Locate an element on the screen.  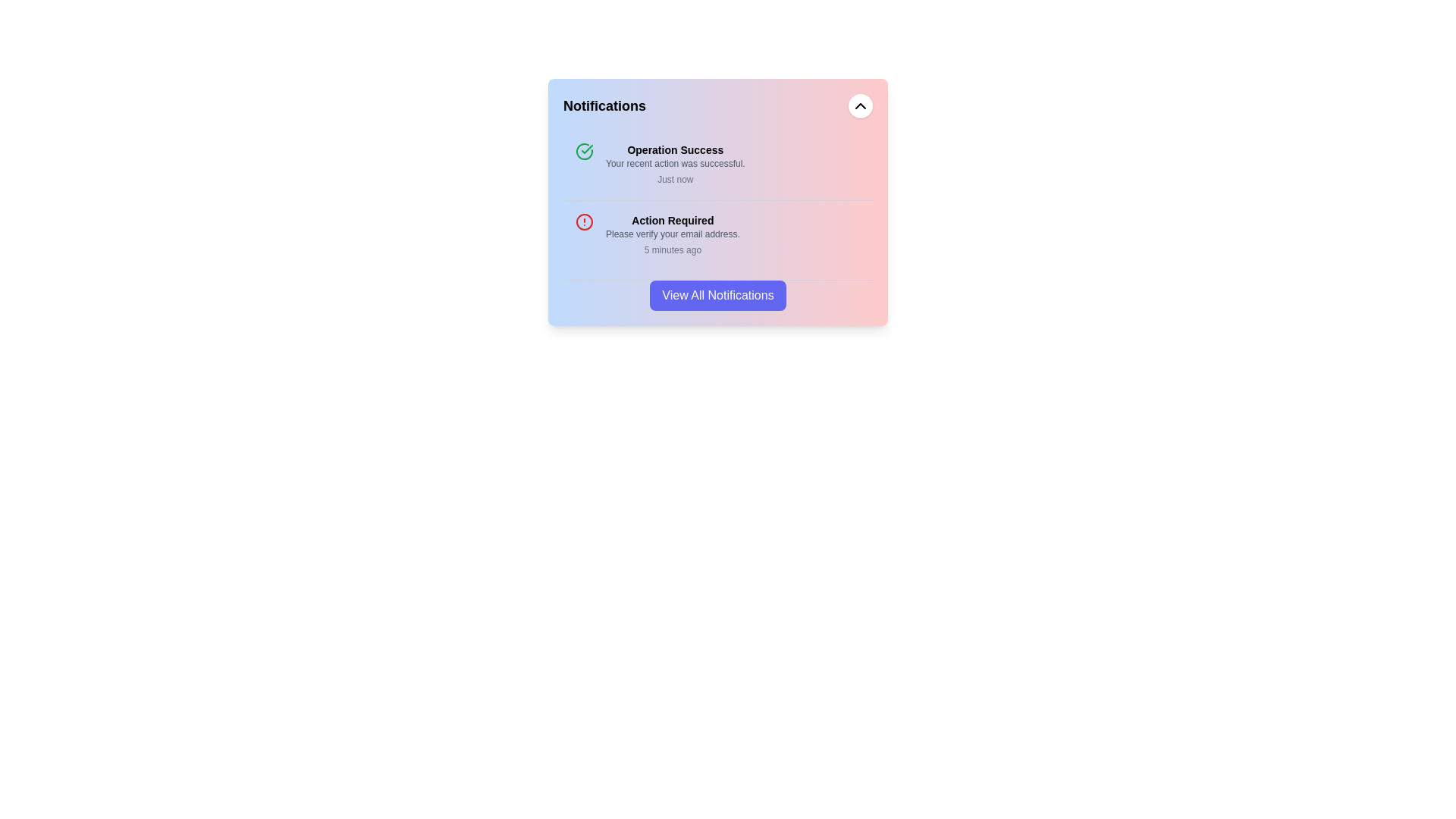
the button at the bottom of the notification card is located at coordinates (717, 295).